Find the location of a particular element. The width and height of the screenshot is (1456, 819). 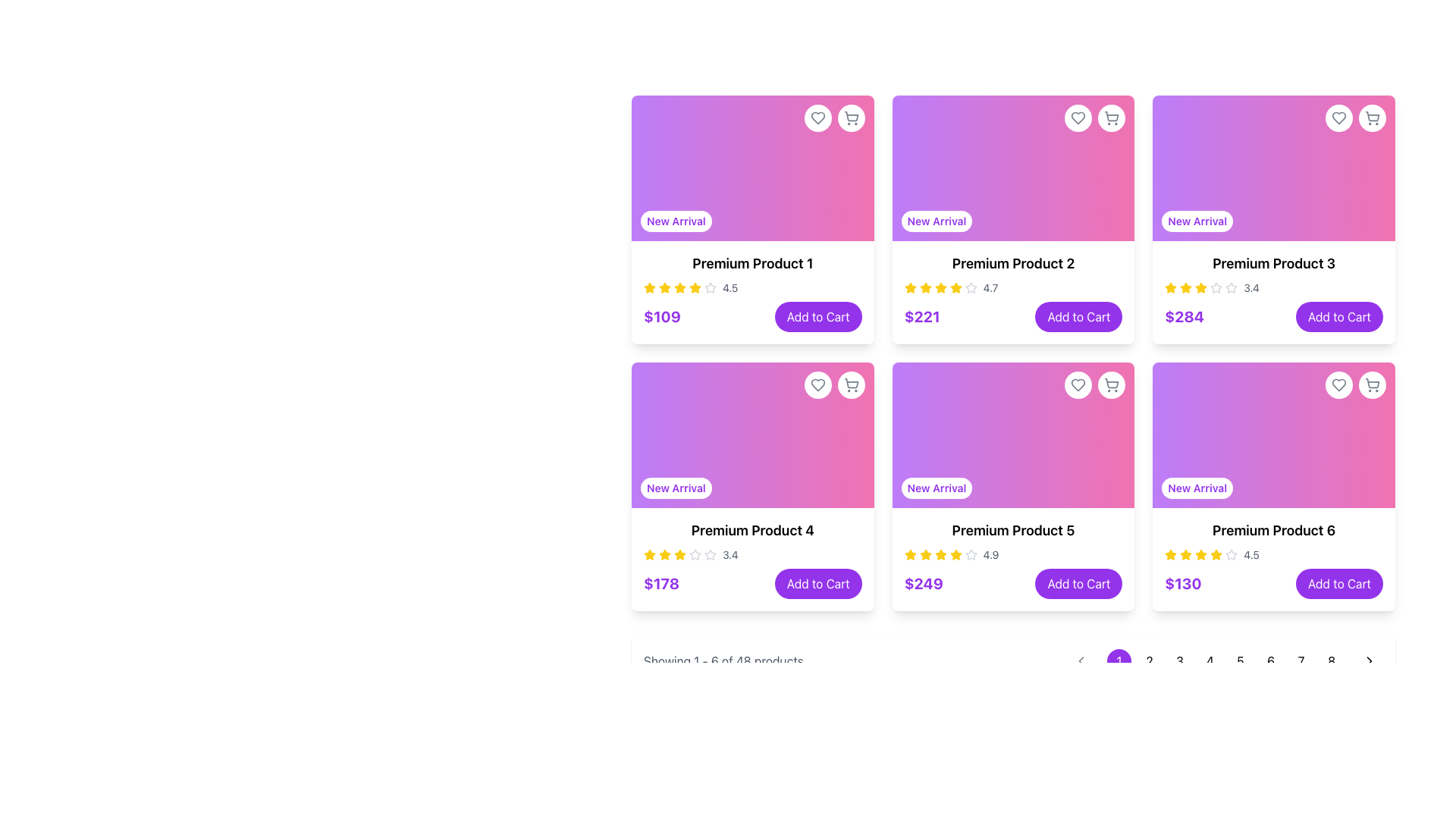

the fifth product card is located at coordinates (1013, 486).